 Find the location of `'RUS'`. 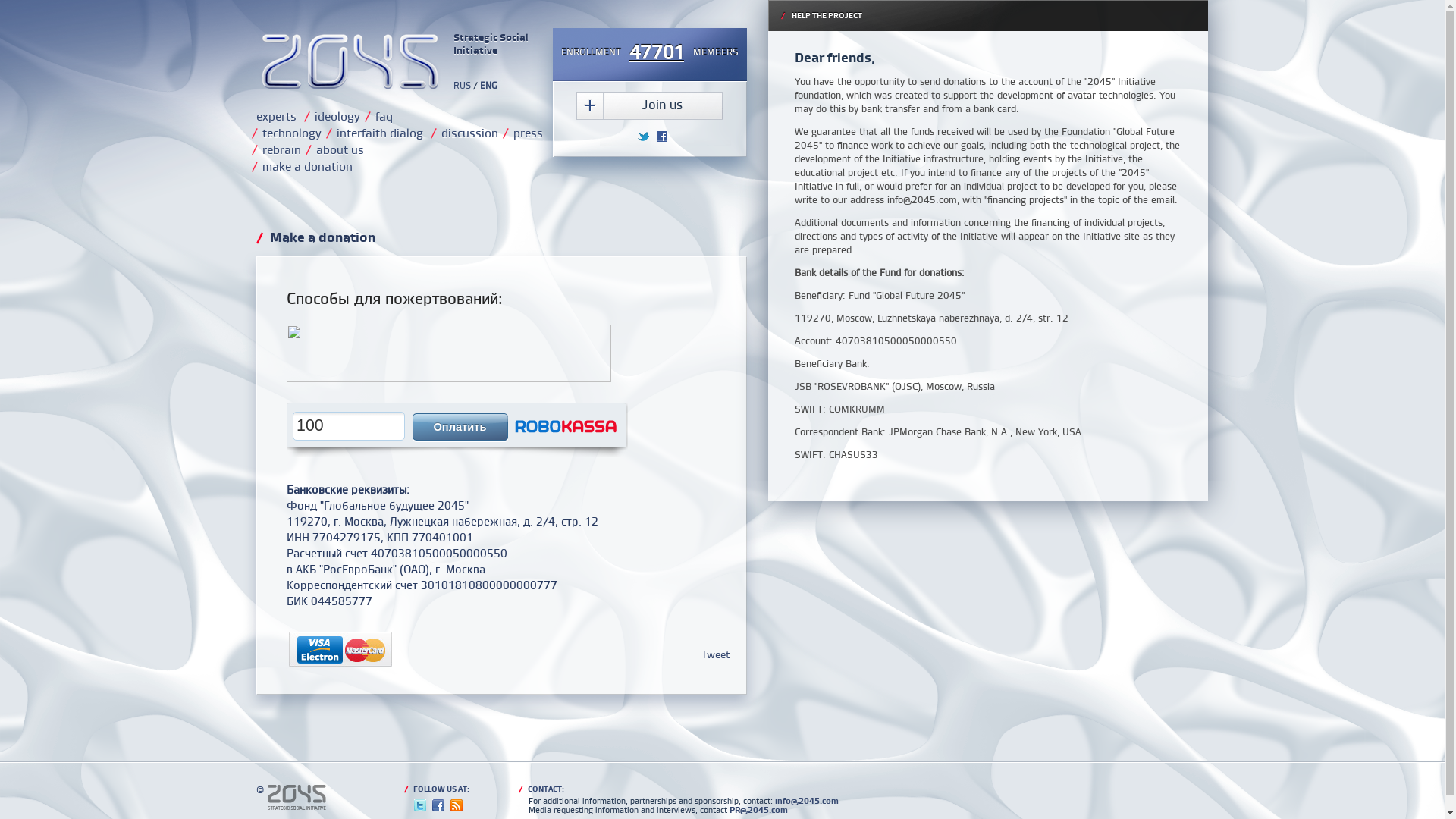

'RUS' is located at coordinates (461, 85).